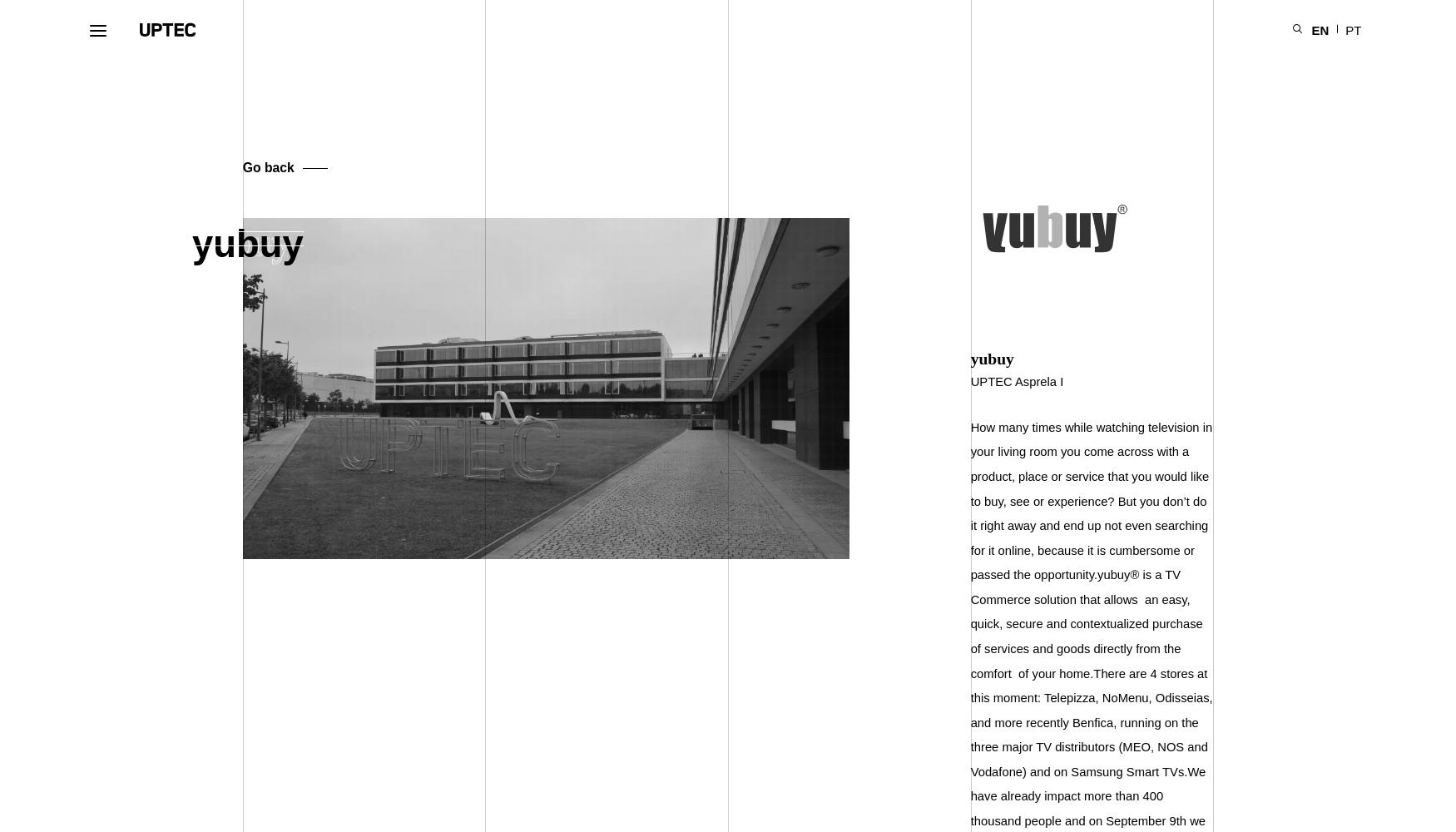 Image resolution: width=1456 pixels, height=832 pixels. Describe the element at coordinates (317, 789) in the screenshot. I see `'Offering'` at that location.